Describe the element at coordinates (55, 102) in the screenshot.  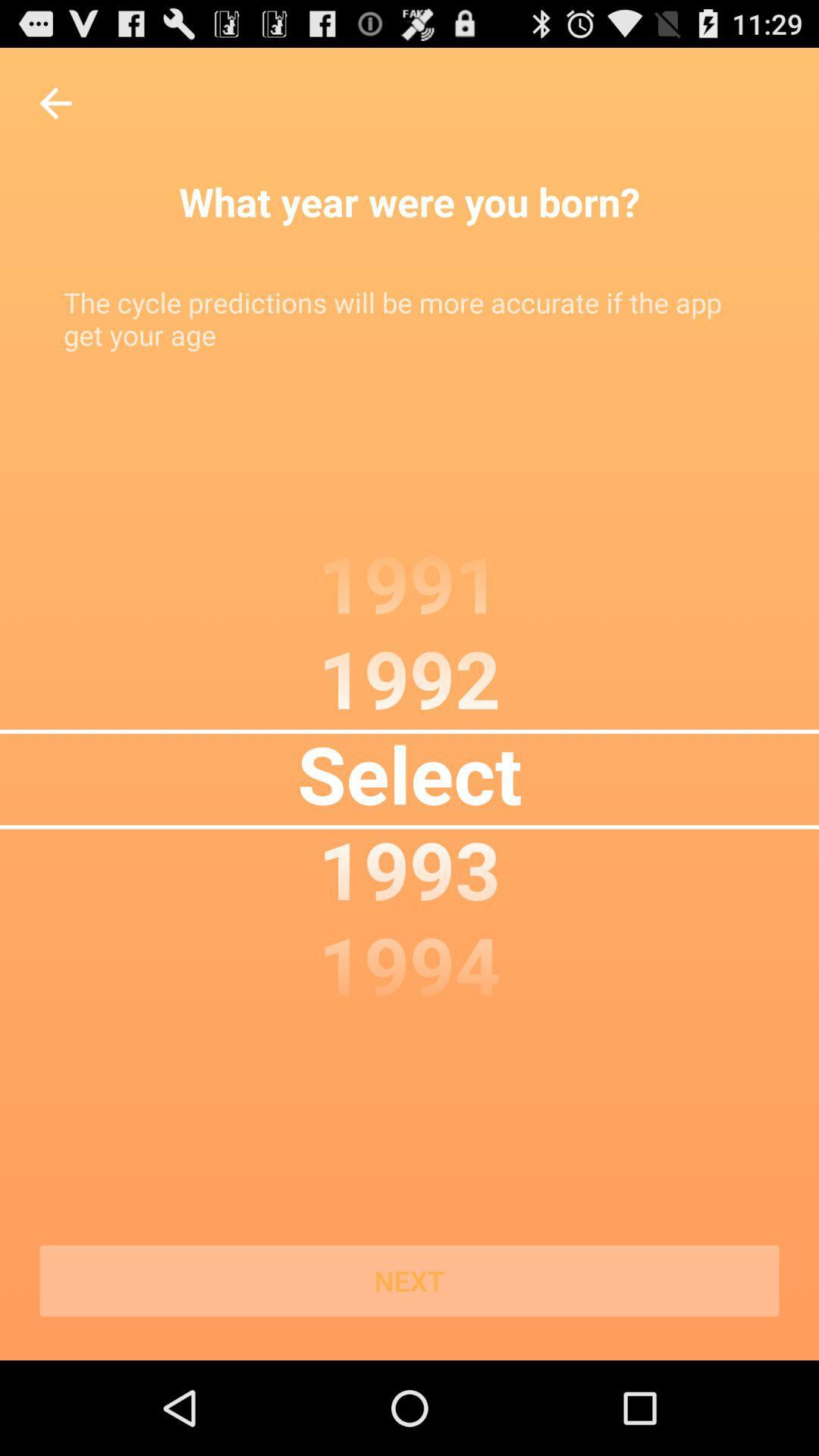
I see `icon above what year were item` at that location.